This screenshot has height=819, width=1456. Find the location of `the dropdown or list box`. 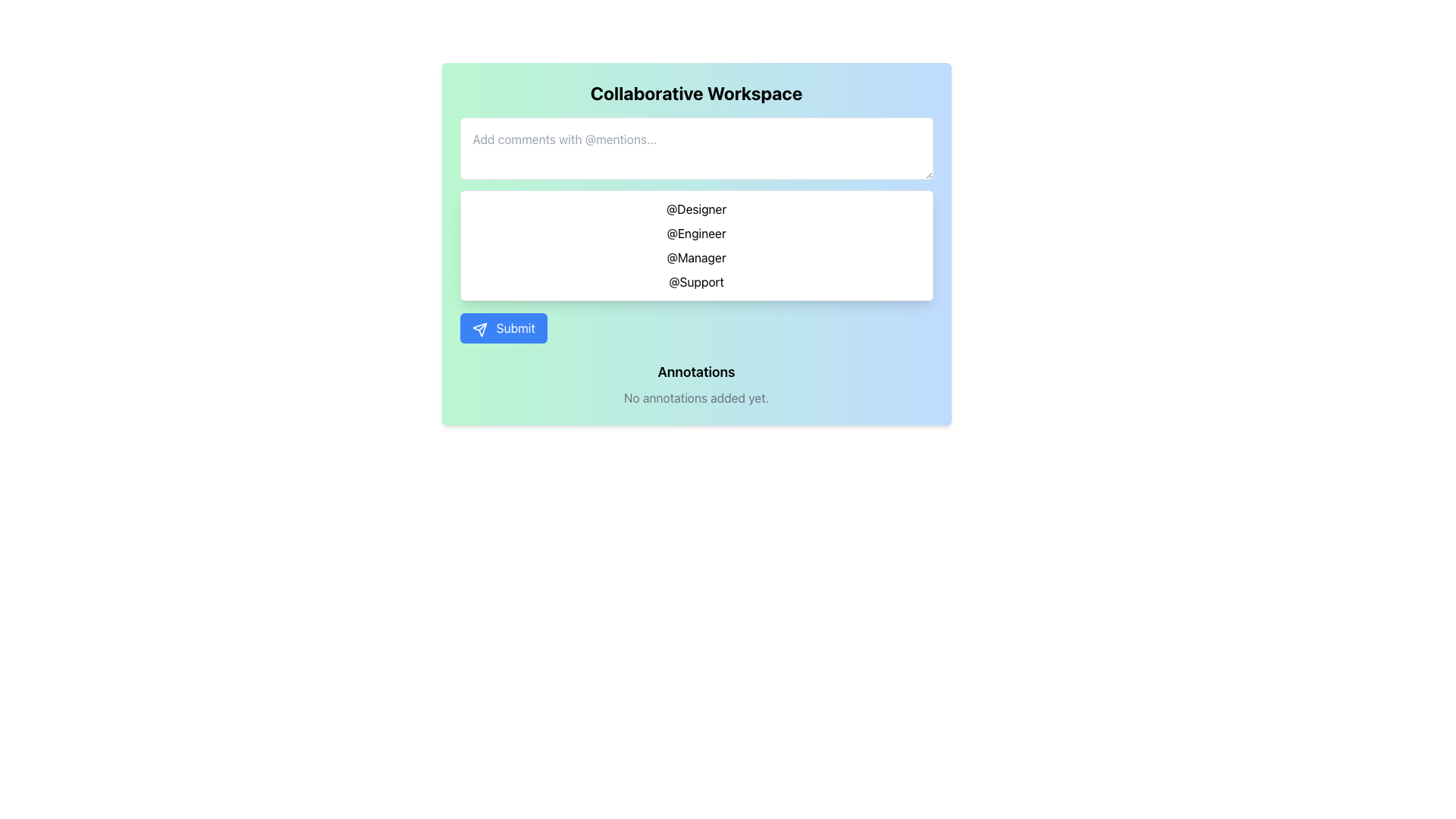

the dropdown or list box is located at coordinates (695, 243).